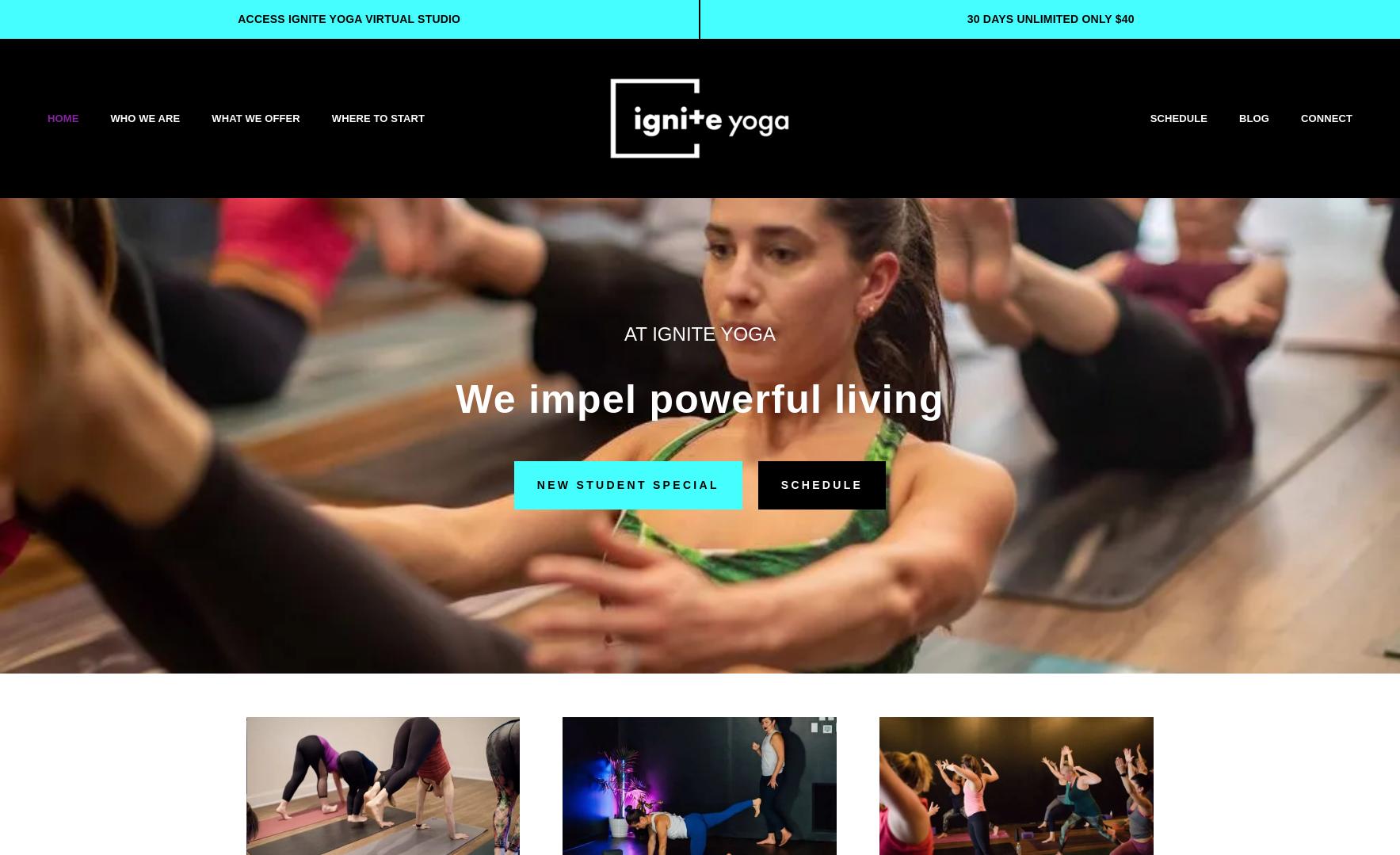  What do you see at coordinates (535, 485) in the screenshot?
I see `'New Student Special'` at bounding box center [535, 485].